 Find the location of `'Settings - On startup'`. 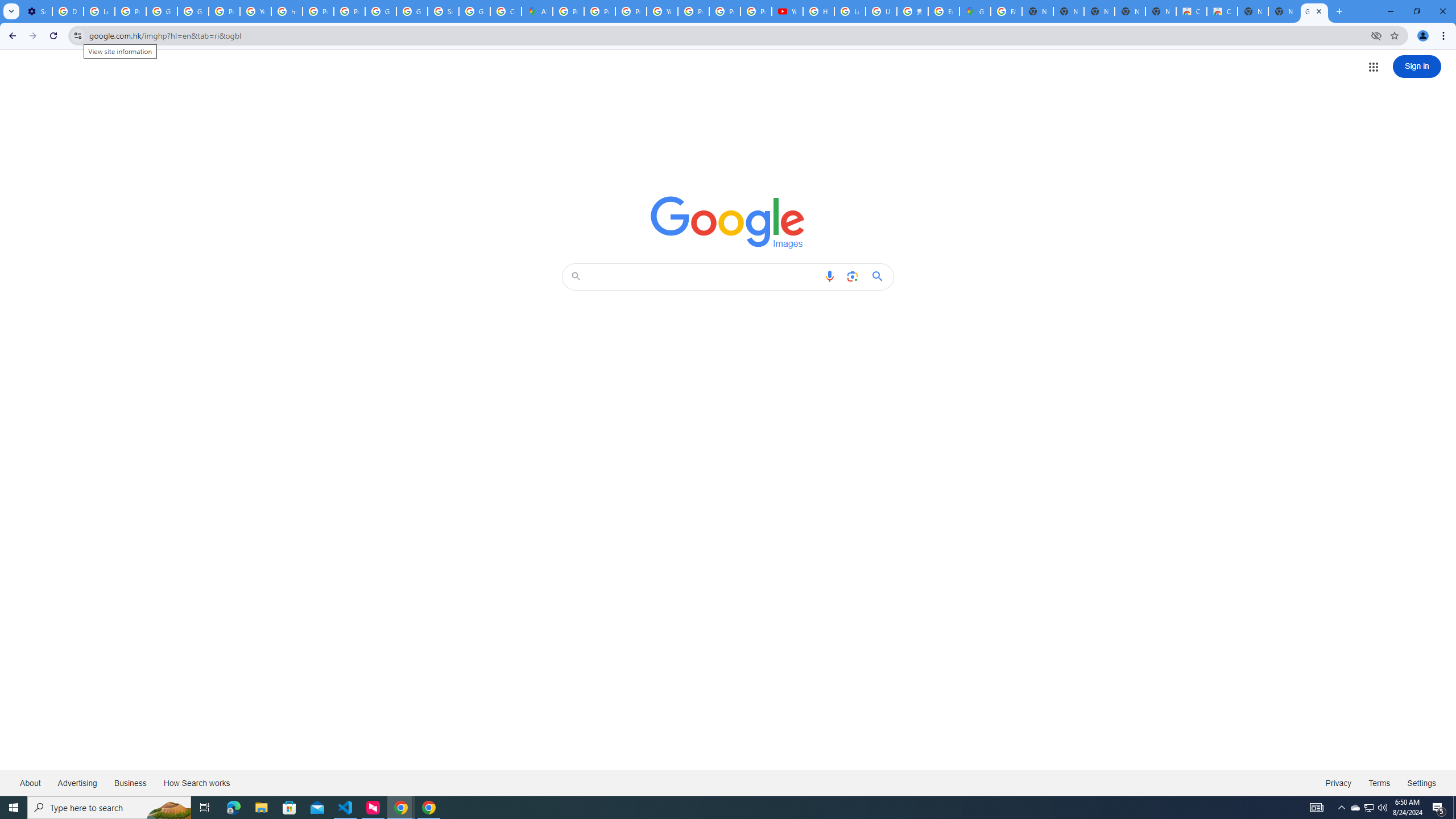

'Settings - On startup' is located at coordinates (36, 11).